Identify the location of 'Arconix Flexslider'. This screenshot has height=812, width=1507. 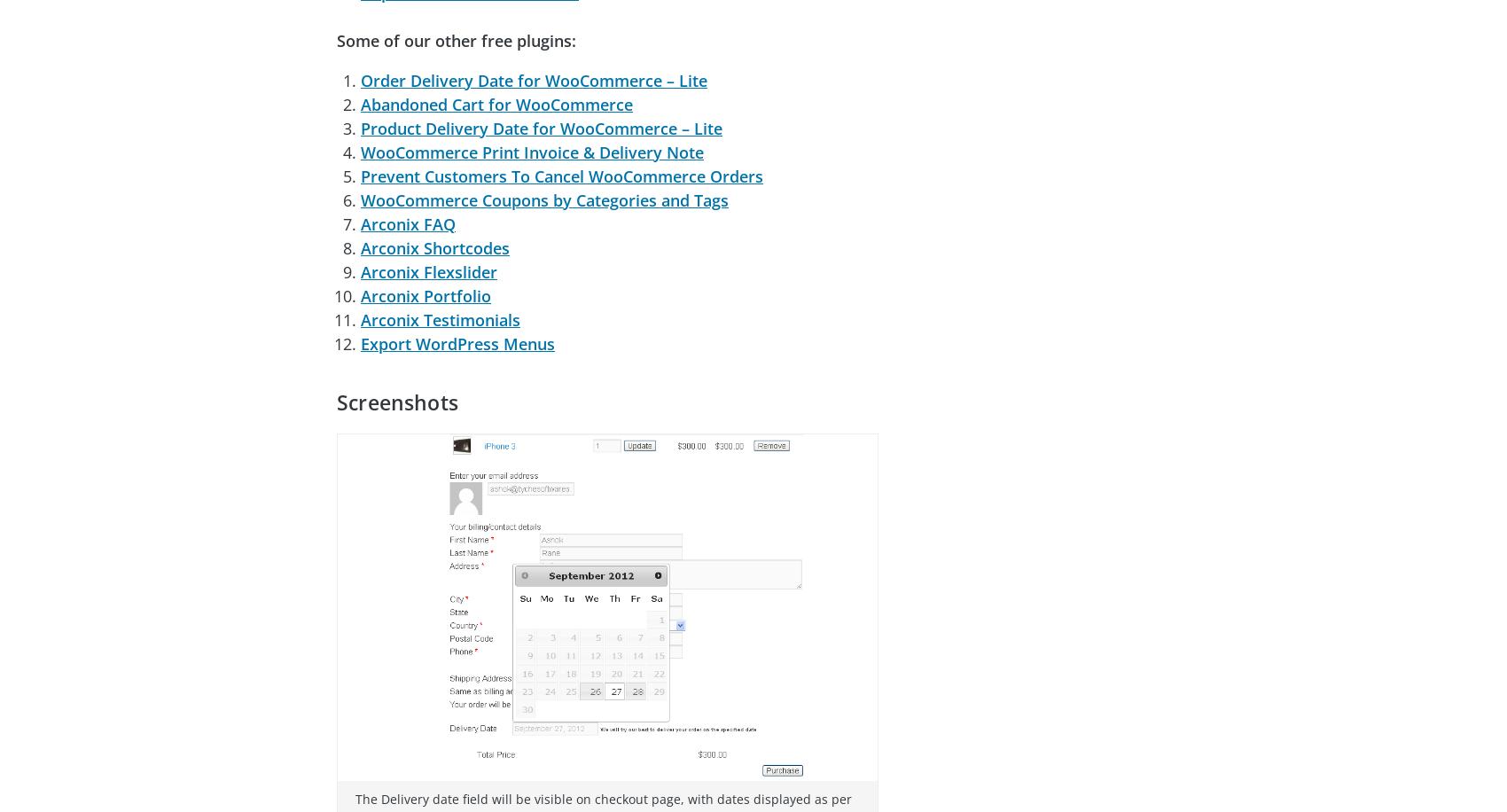
(428, 270).